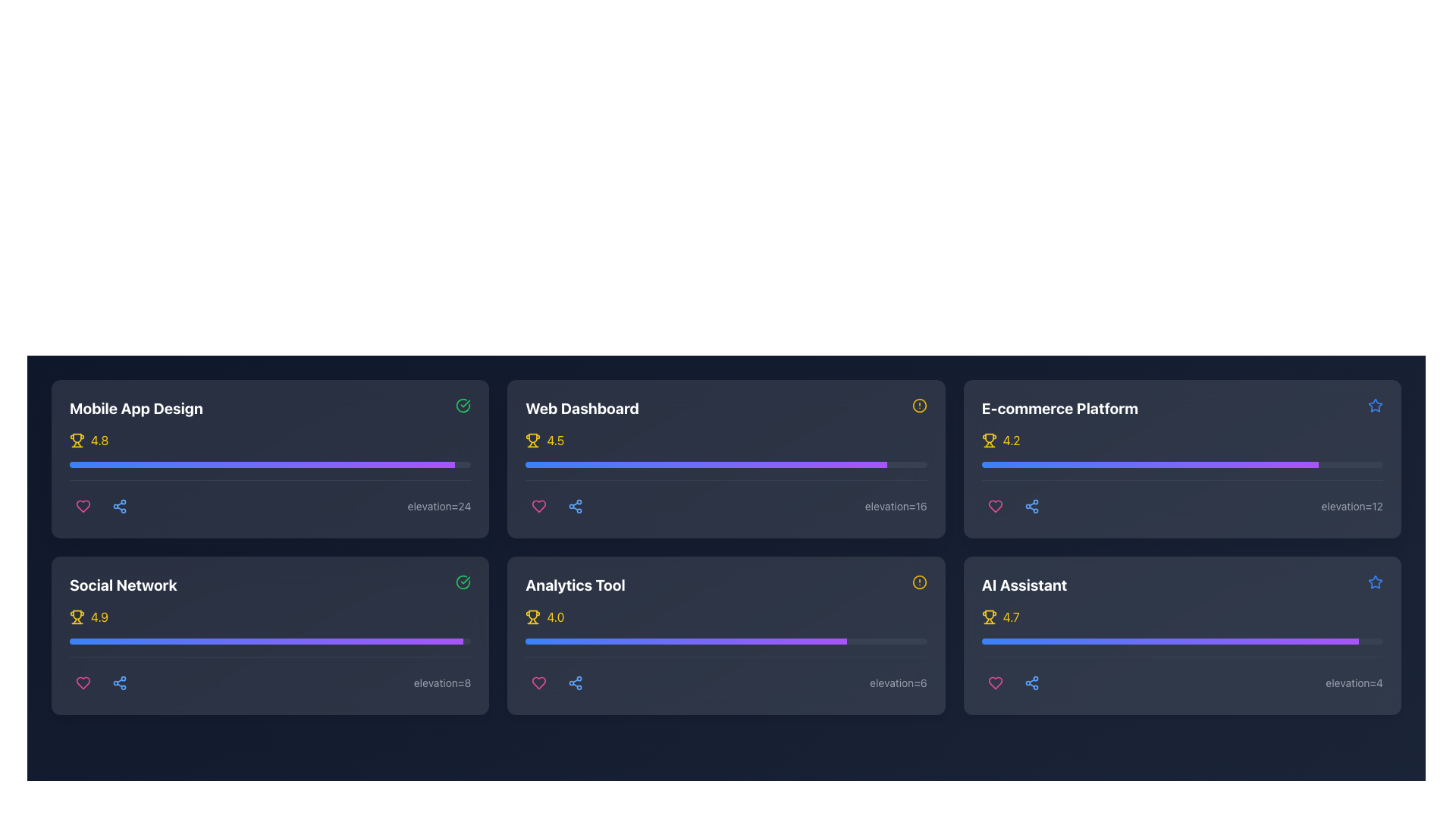  Describe the element at coordinates (539, 683) in the screenshot. I see `the heart icon located within the 'Analytics Tool' card to favorite the item` at that location.